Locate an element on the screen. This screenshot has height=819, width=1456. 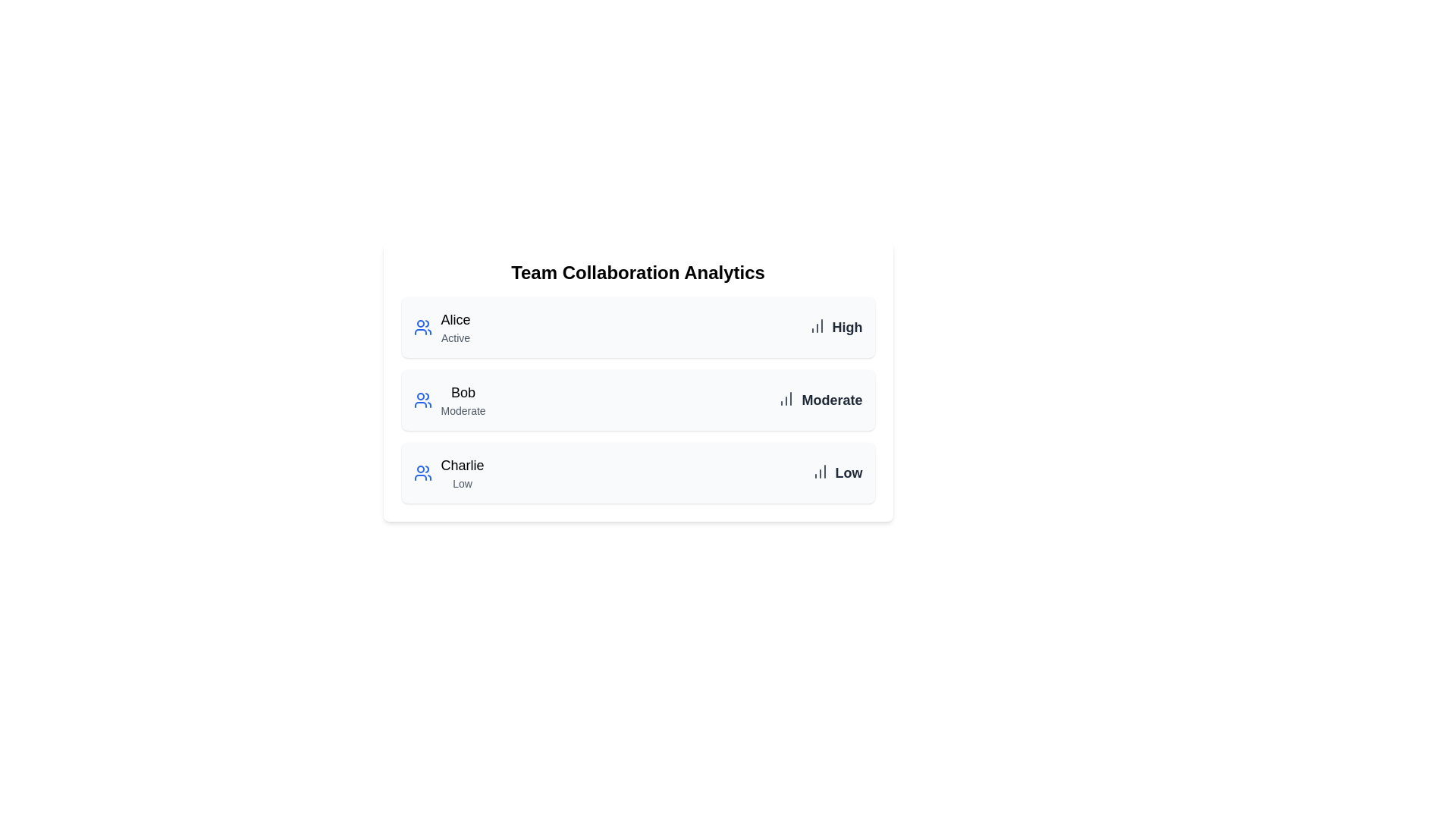
the user item Charlie from the list is located at coordinates (447, 472).